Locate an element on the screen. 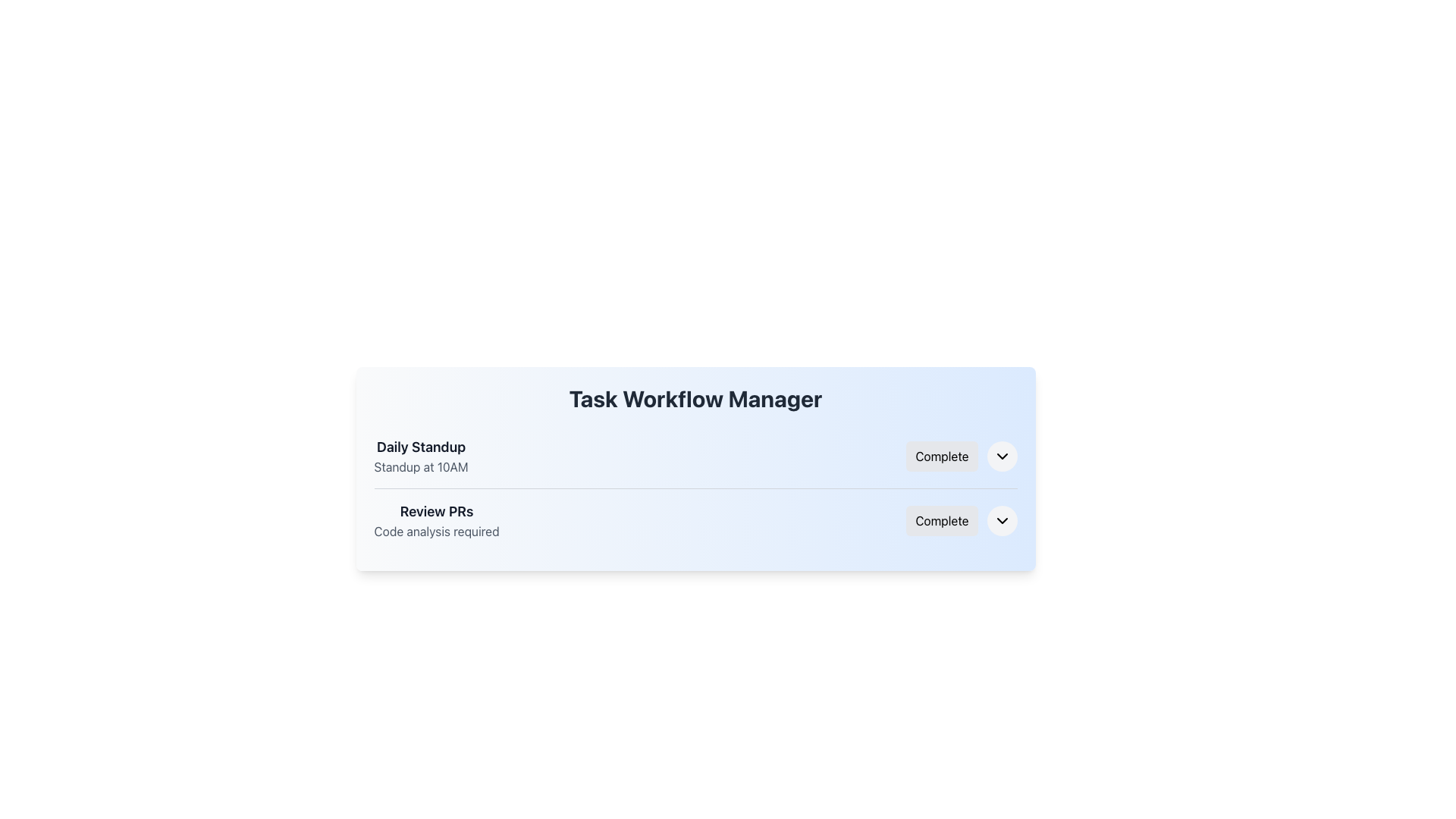 The width and height of the screenshot is (1456, 819). text label located below the 'Daily Standup' in the 'Task Workflow Manager' section, which provides information about the timing for the task is located at coordinates (421, 466).